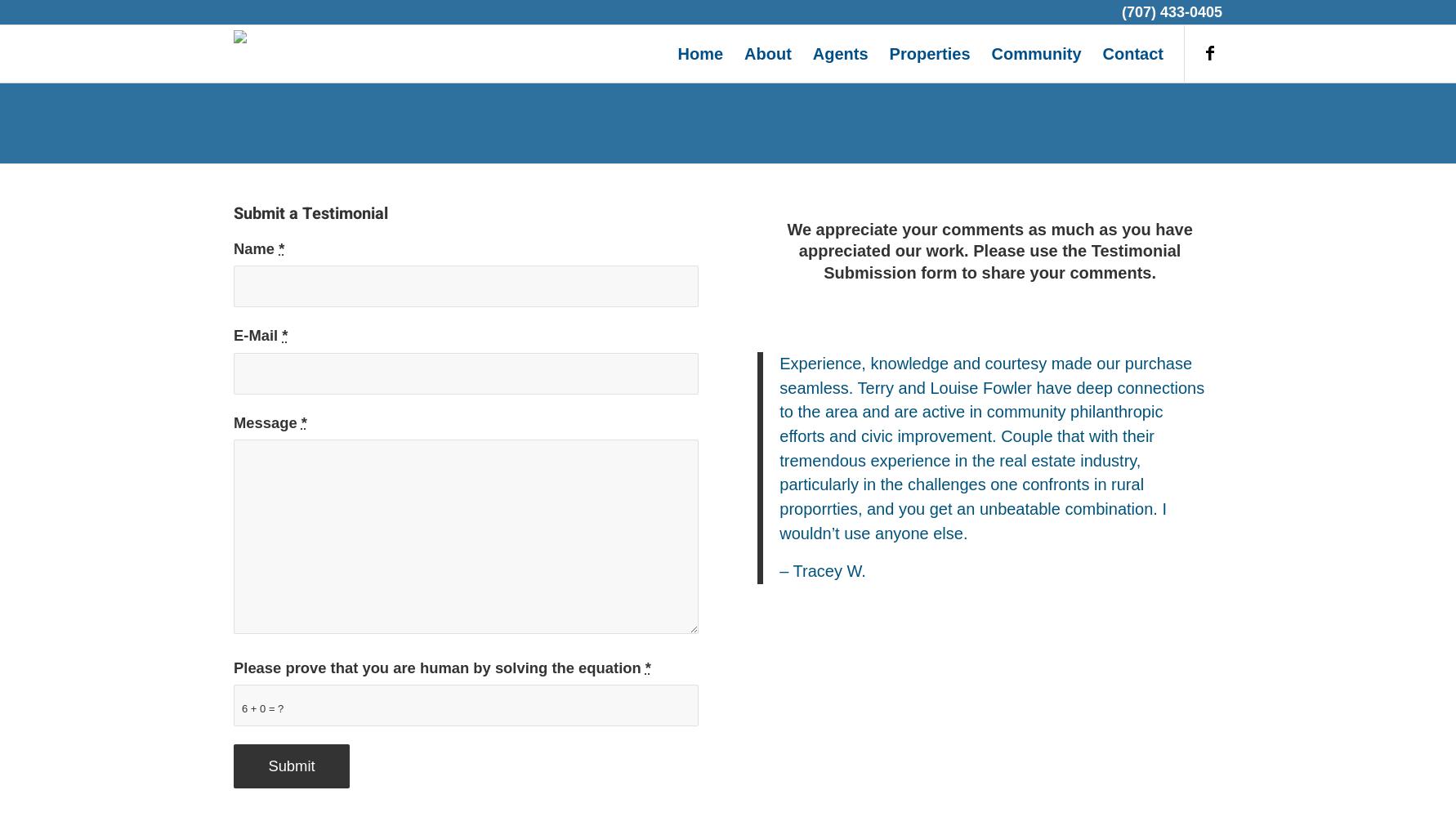 The image size is (1456, 817). I want to click on 'Submit a Testimonial', so click(310, 213).